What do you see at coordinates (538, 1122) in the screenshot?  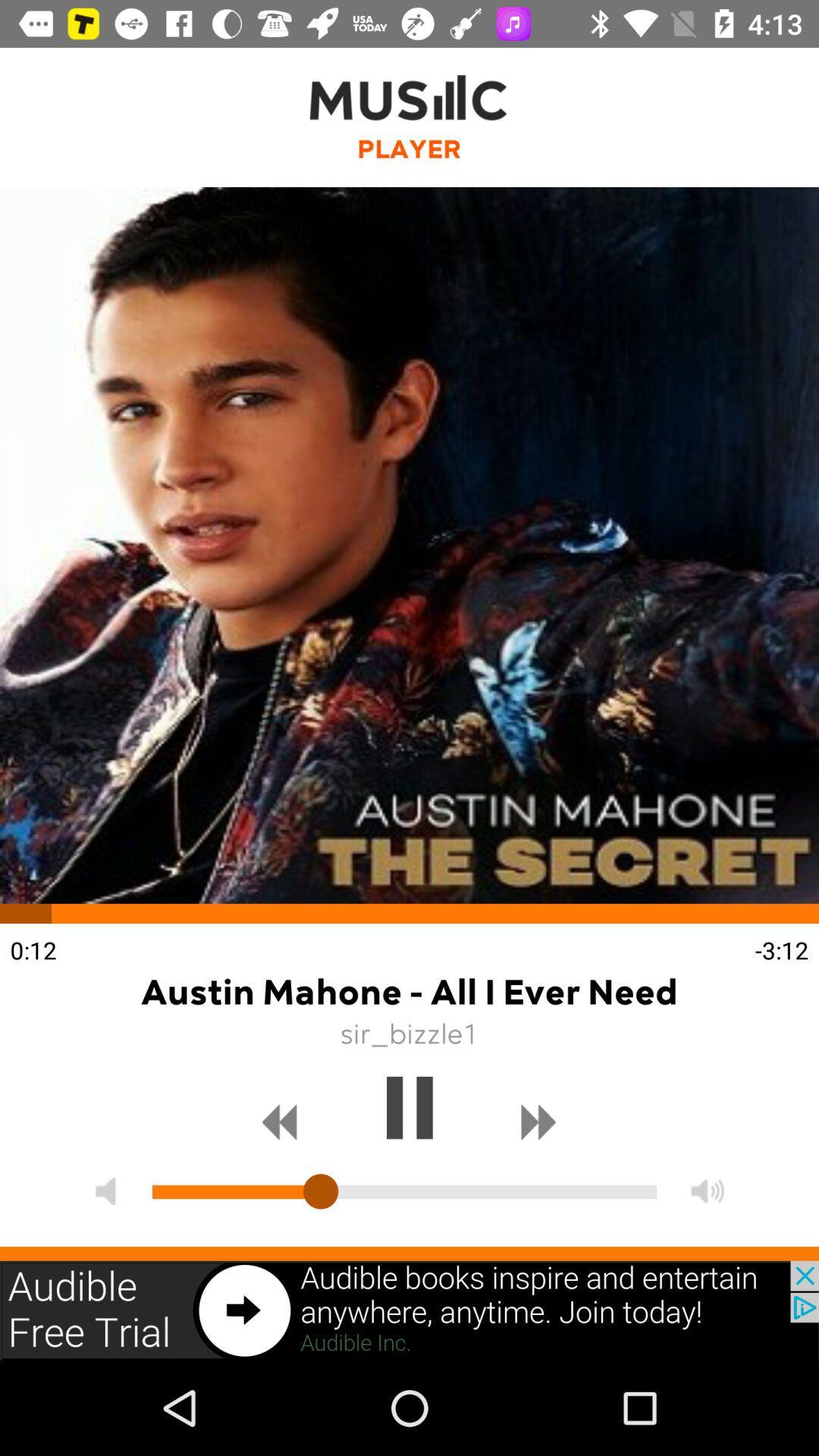 I see `skip forward` at bounding box center [538, 1122].